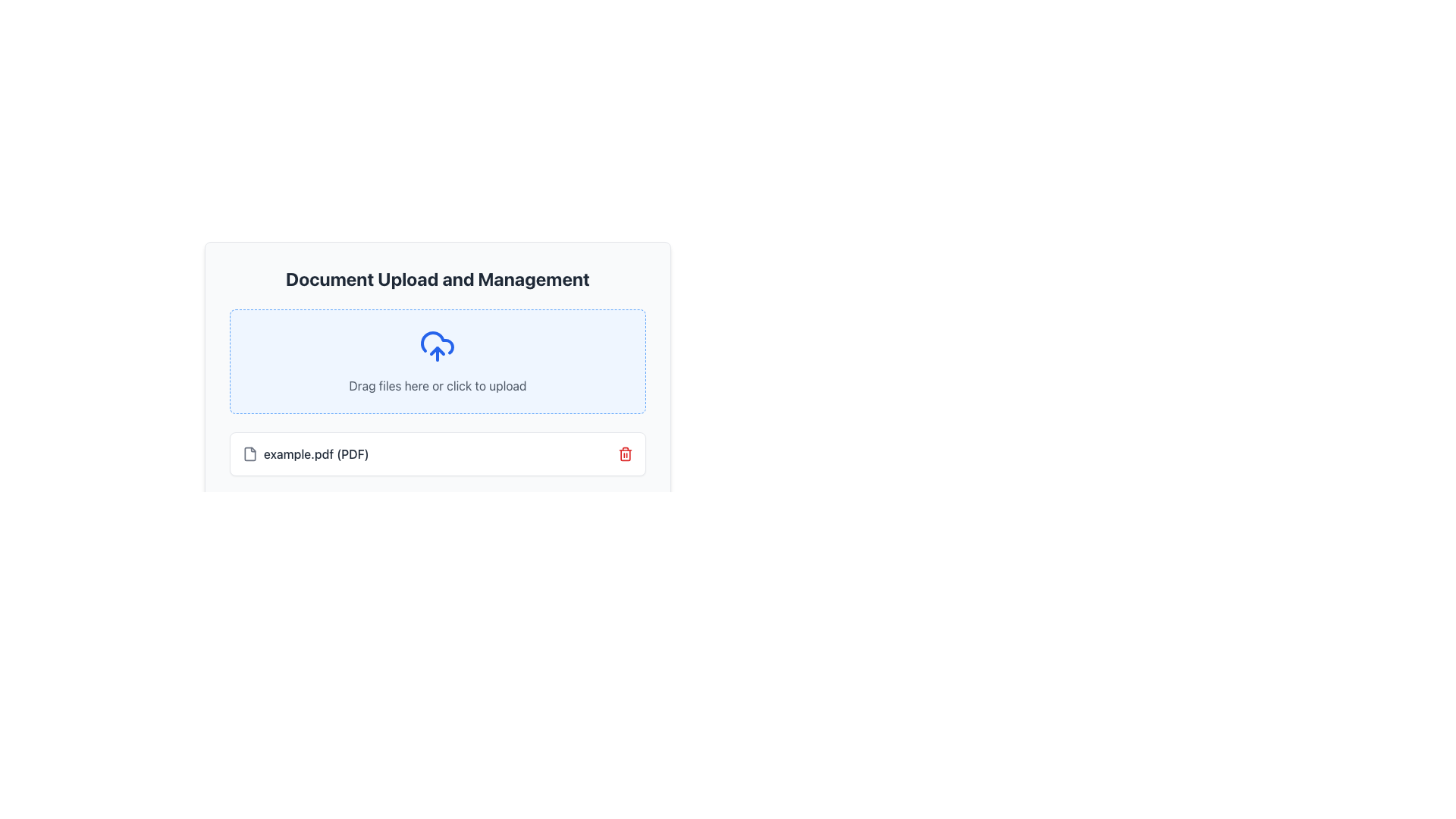  Describe the element at coordinates (305, 453) in the screenshot. I see `the text label displaying the filename 'example.pdf (PDF)' to edit it` at that location.